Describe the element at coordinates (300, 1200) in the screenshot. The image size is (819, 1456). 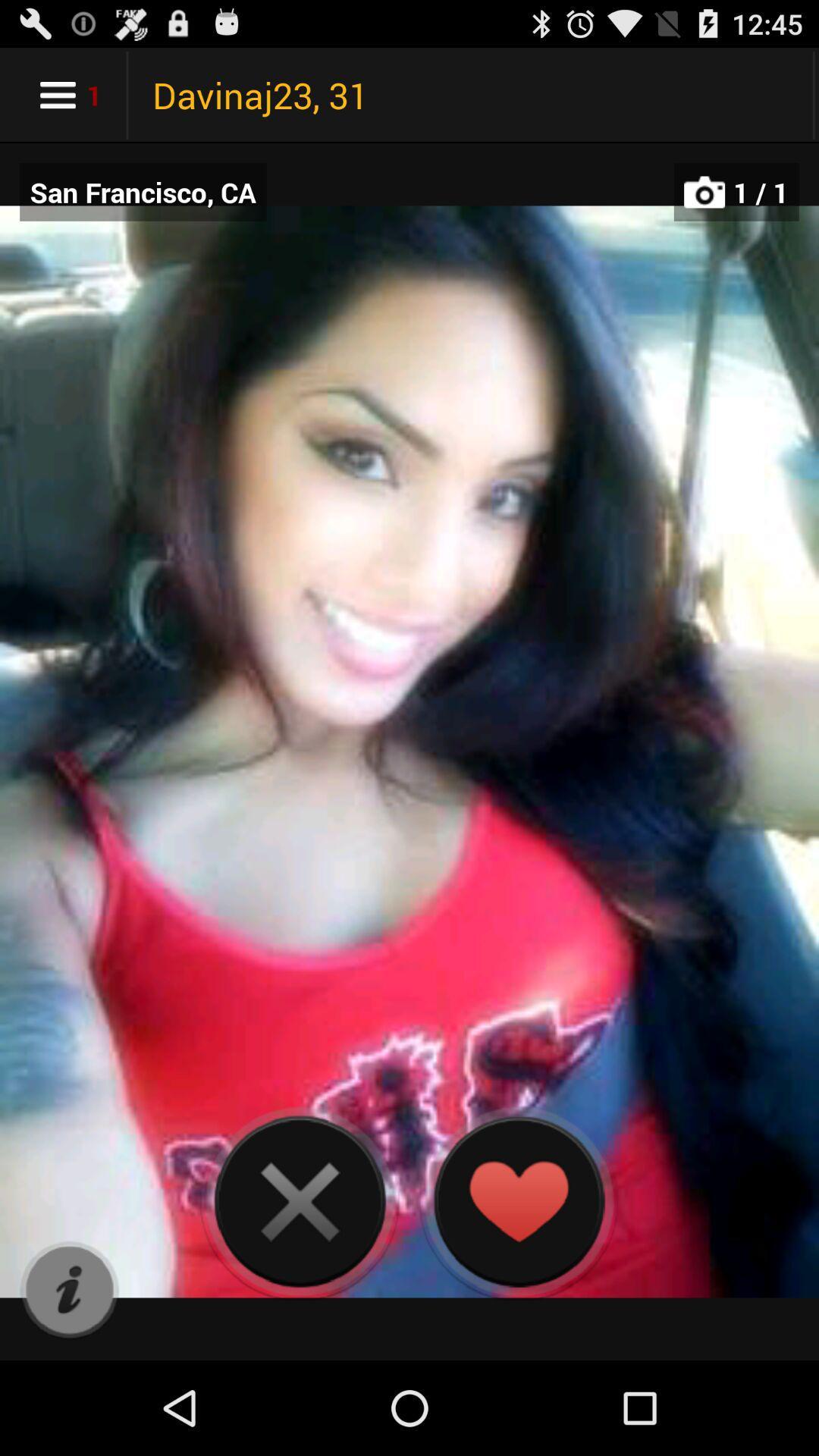
I see `next picture` at that location.